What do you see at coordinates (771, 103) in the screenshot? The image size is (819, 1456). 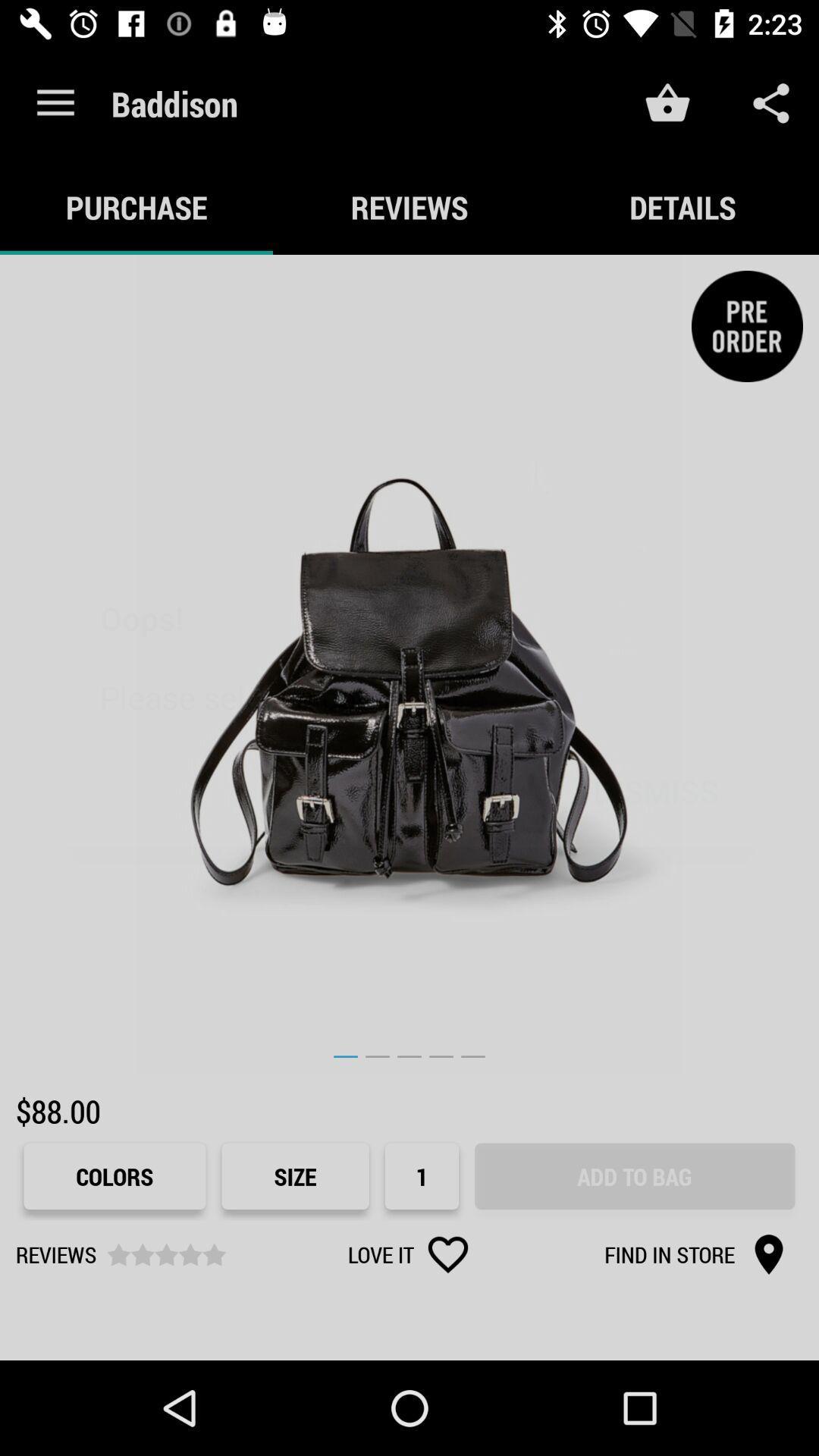 I see `share` at bounding box center [771, 103].